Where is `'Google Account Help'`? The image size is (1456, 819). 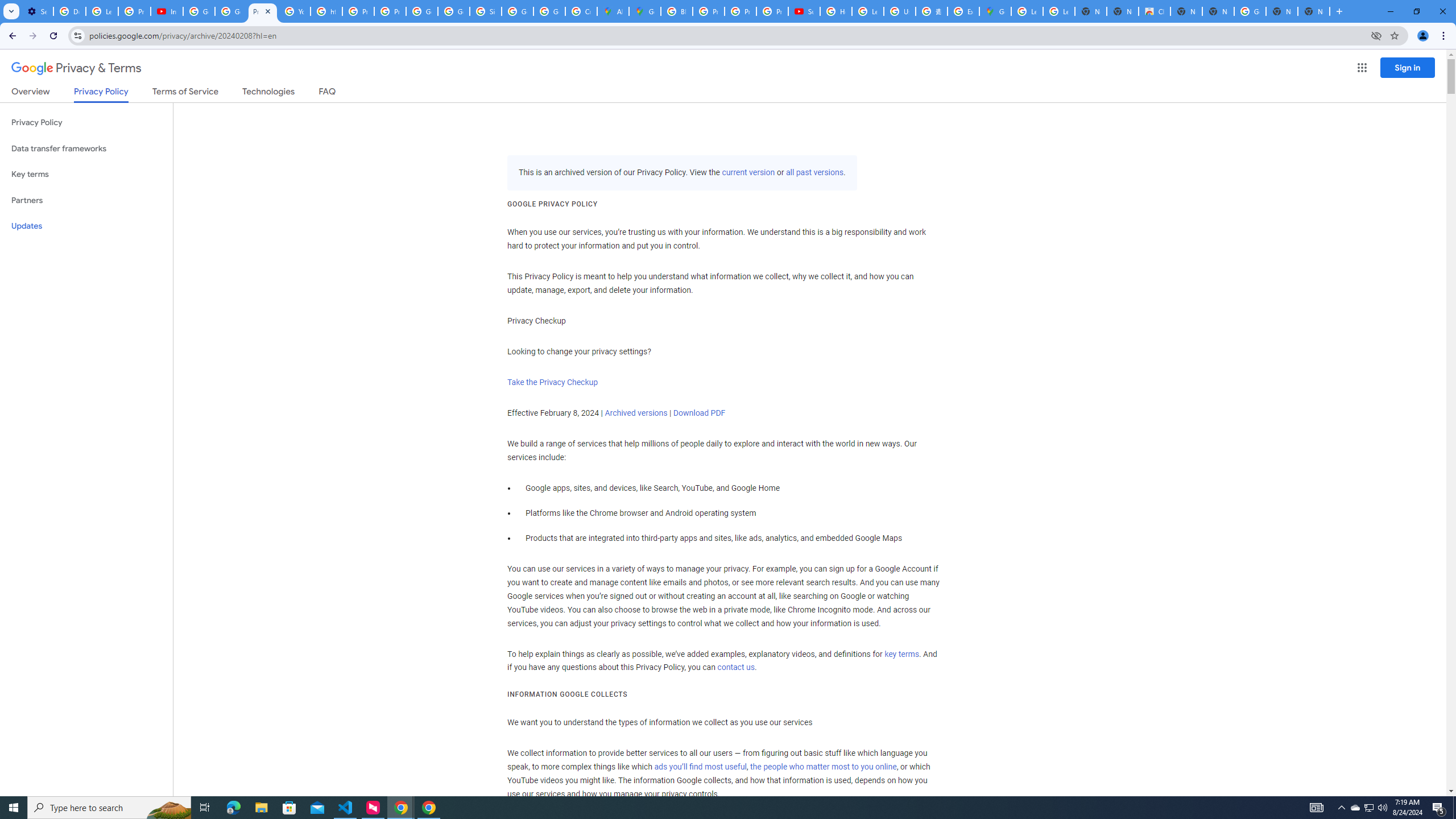 'Google Account Help' is located at coordinates (198, 11).